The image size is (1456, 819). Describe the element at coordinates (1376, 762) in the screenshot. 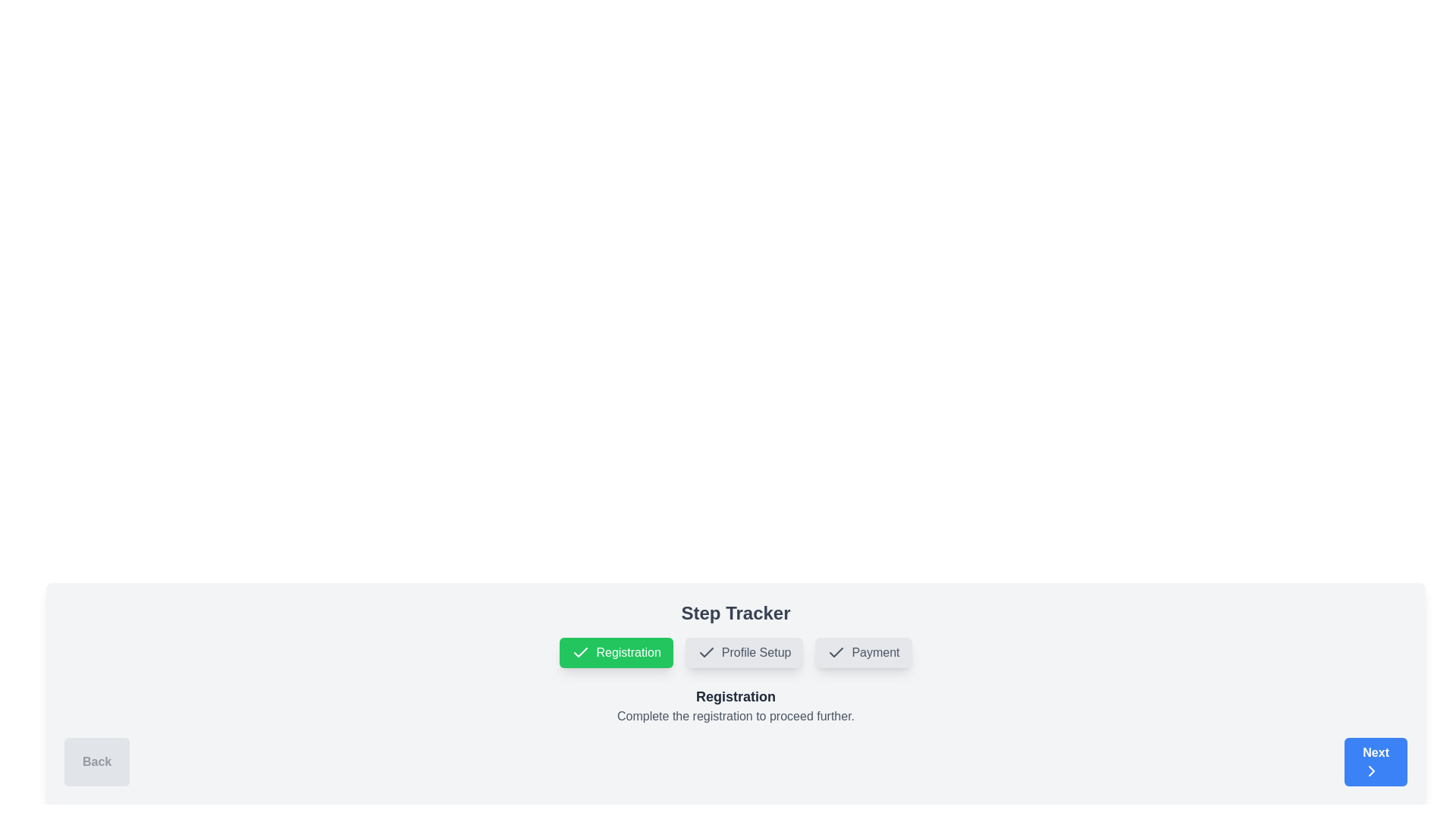

I see `the blue rectangular button labeled 'Next' with a rightward-pointing chevron icon` at that location.